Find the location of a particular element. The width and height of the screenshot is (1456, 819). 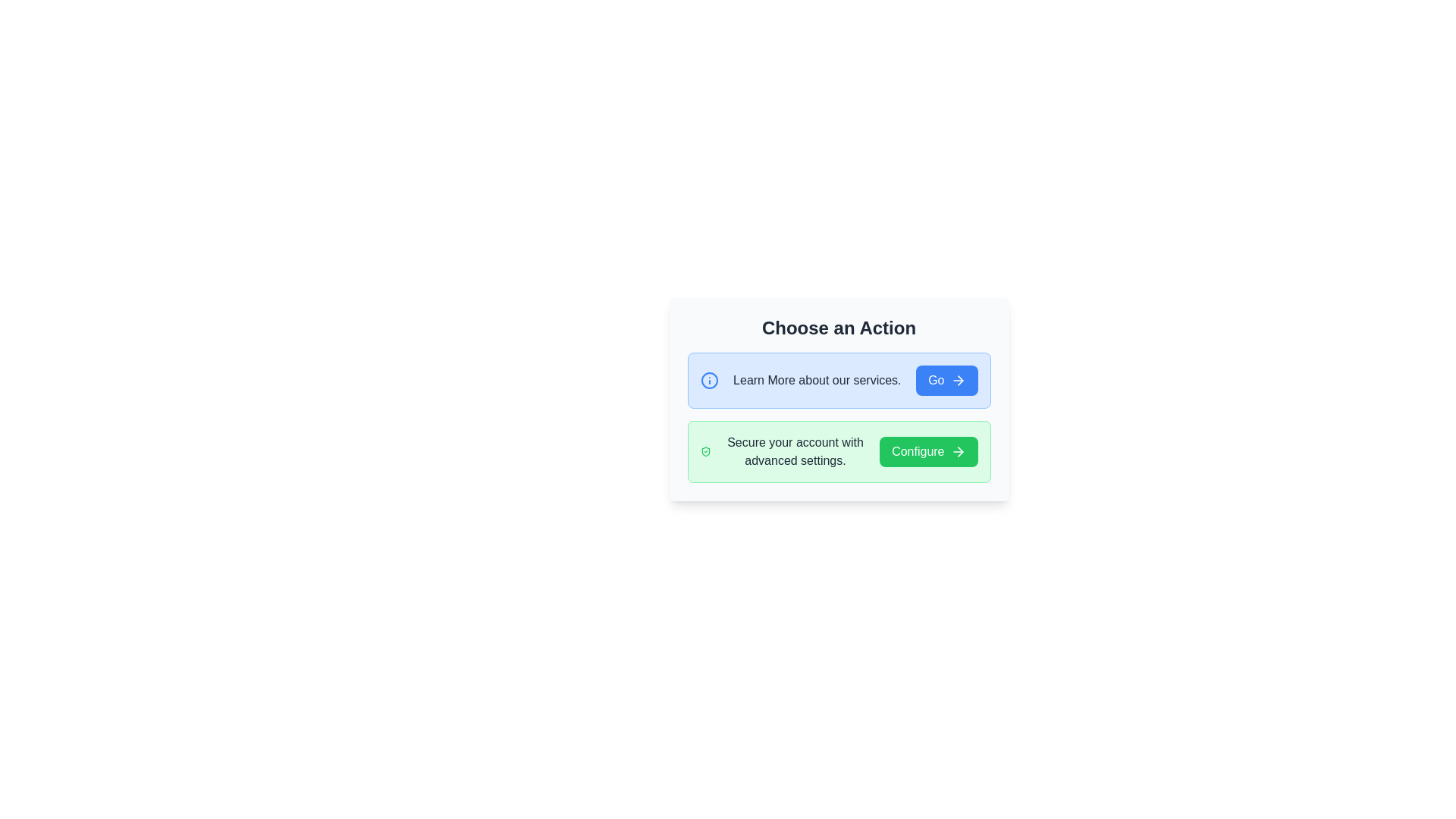

the rectangular button with a blue background and the text 'Go' is located at coordinates (946, 379).